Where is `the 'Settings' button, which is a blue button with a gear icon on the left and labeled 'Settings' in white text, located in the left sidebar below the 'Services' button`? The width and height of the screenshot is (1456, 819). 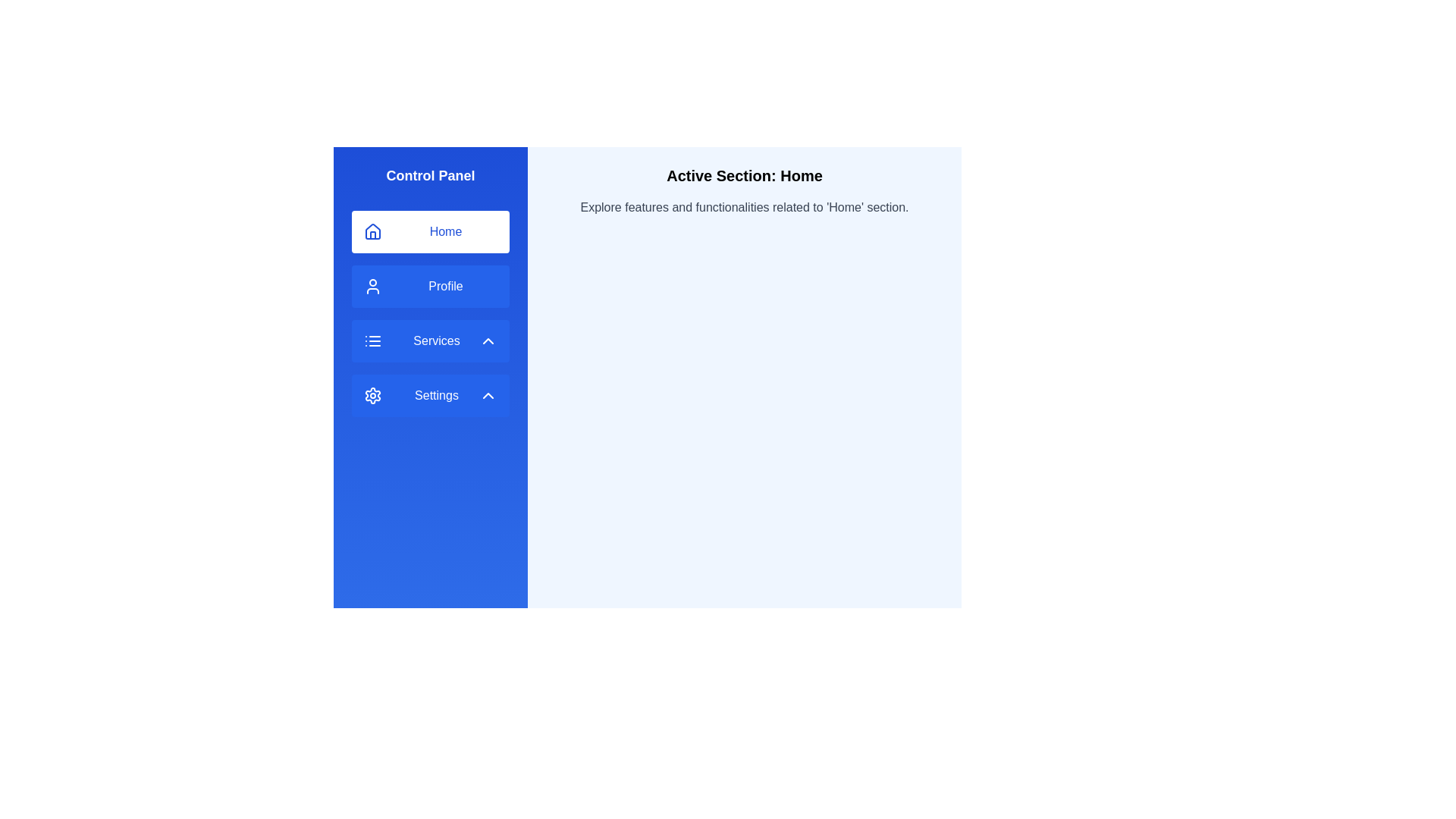 the 'Settings' button, which is a blue button with a gear icon on the left and labeled 'Settings' in white text, located in the left sidebar below the 'Services' button is located at coordinates (429, 394).